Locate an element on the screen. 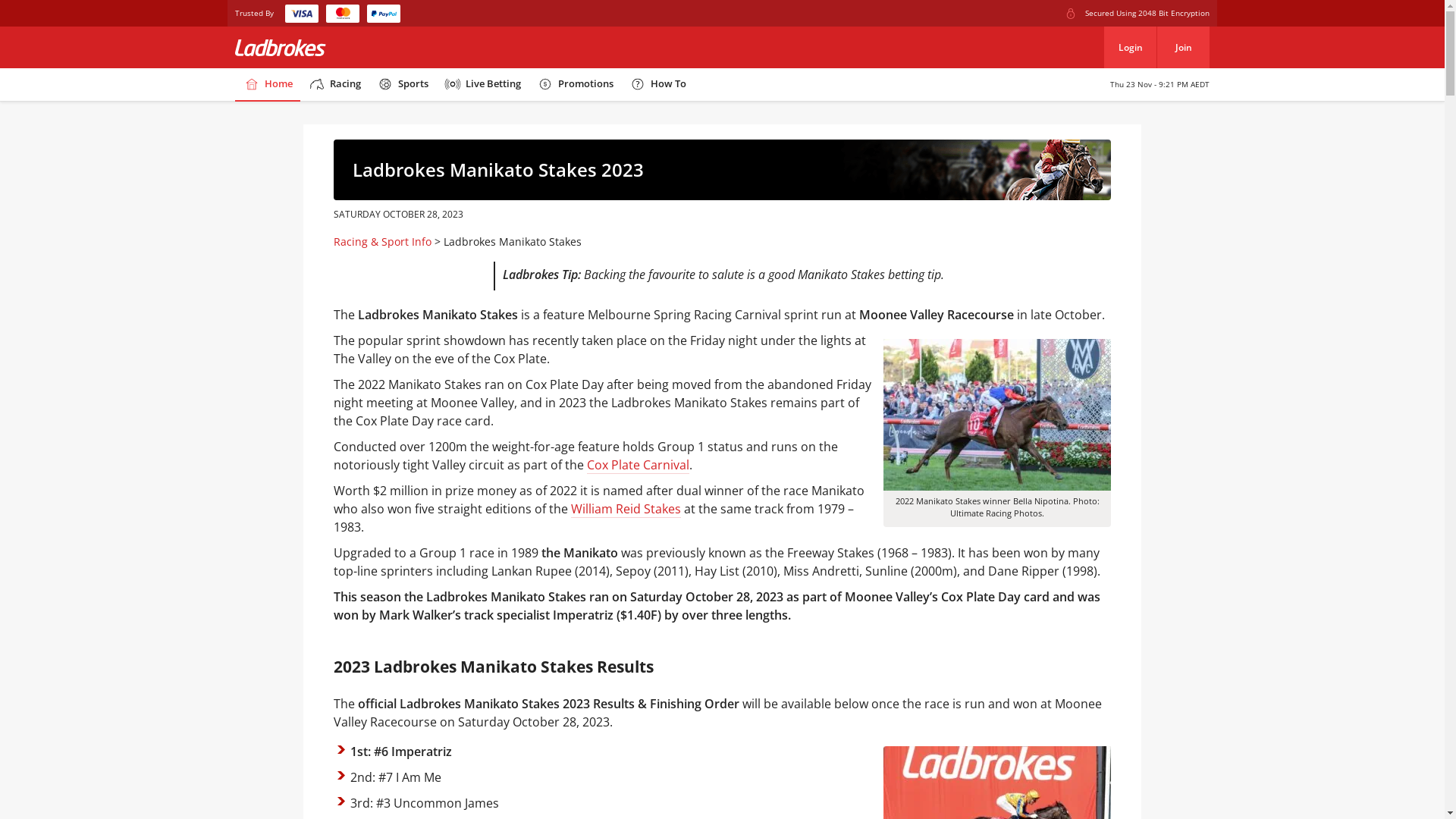  'How To' is located at coordinates (657, 84).